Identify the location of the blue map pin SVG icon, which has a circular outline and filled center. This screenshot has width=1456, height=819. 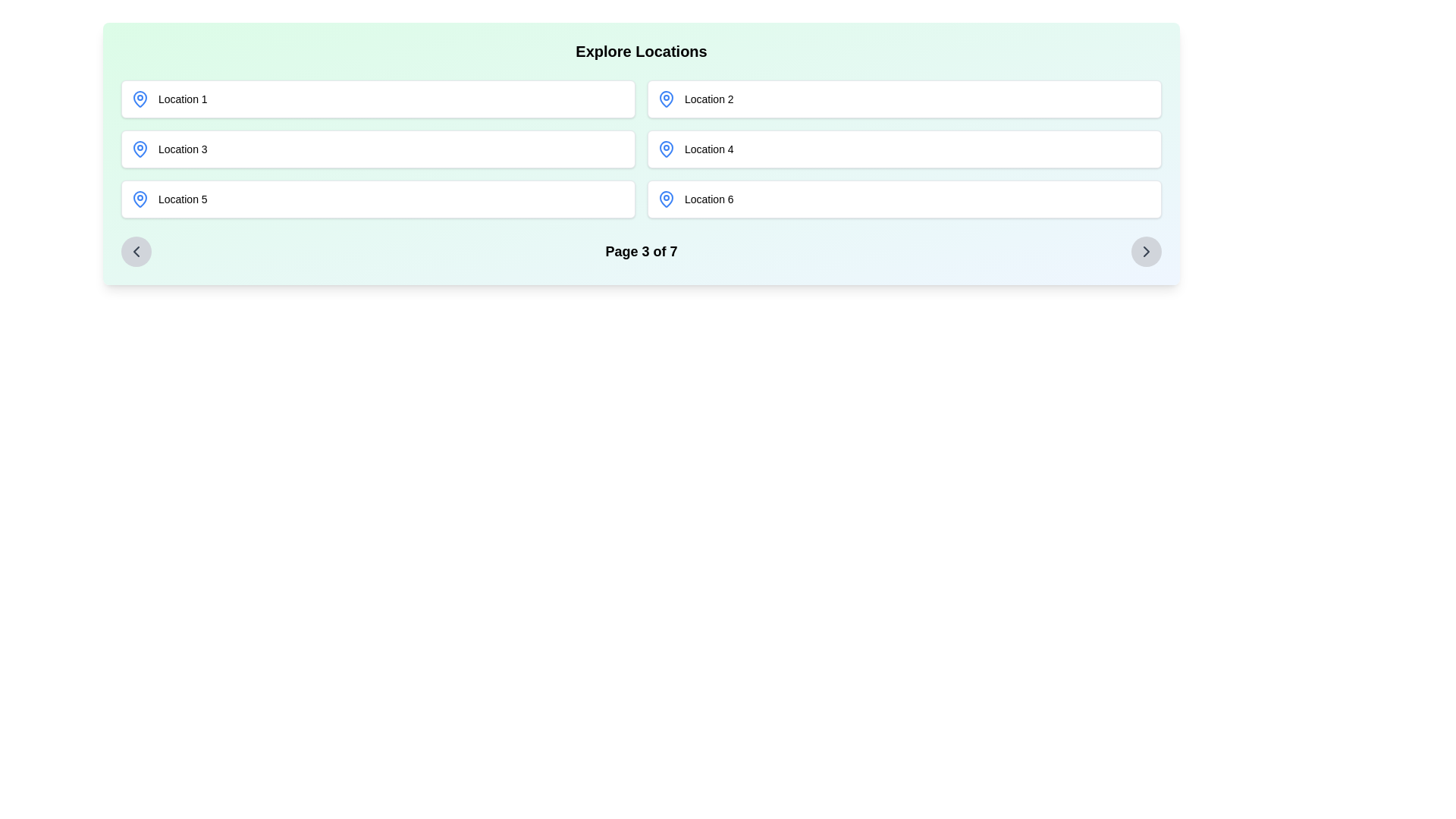
(140, 149).